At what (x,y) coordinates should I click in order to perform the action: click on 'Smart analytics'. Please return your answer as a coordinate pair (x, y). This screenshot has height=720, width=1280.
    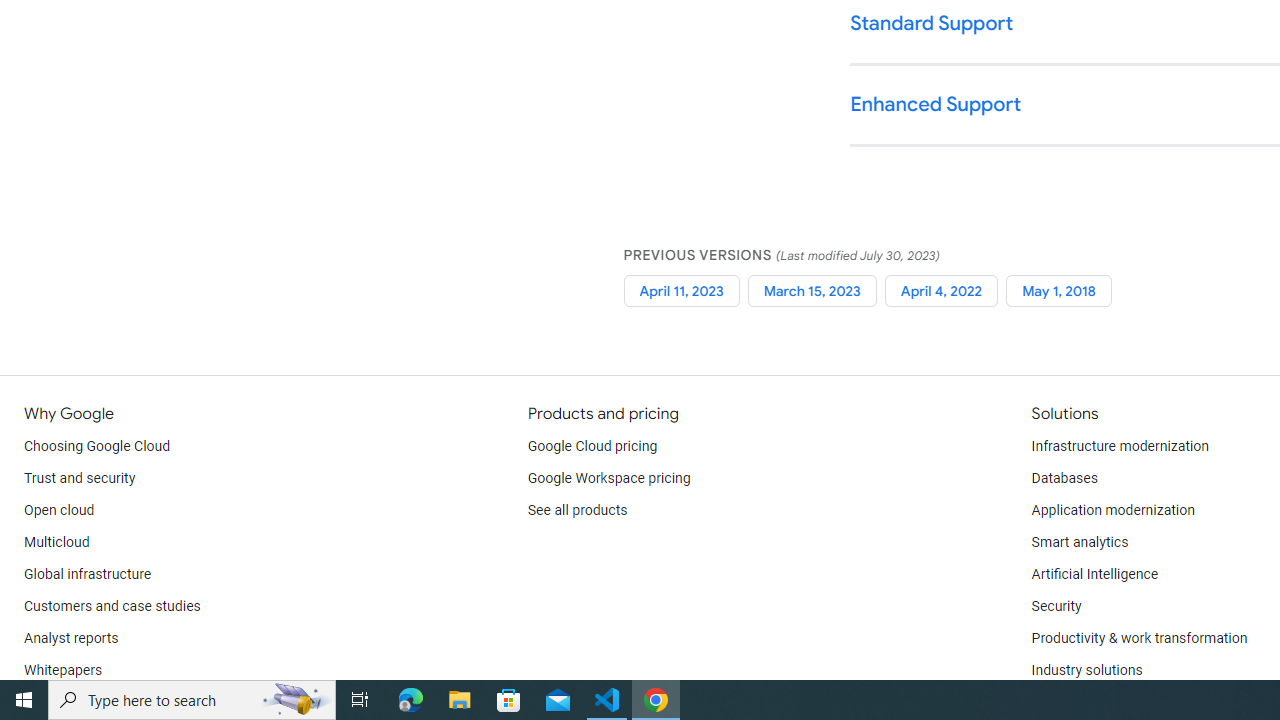
    Looking at the image, I should click on (1078, 542).